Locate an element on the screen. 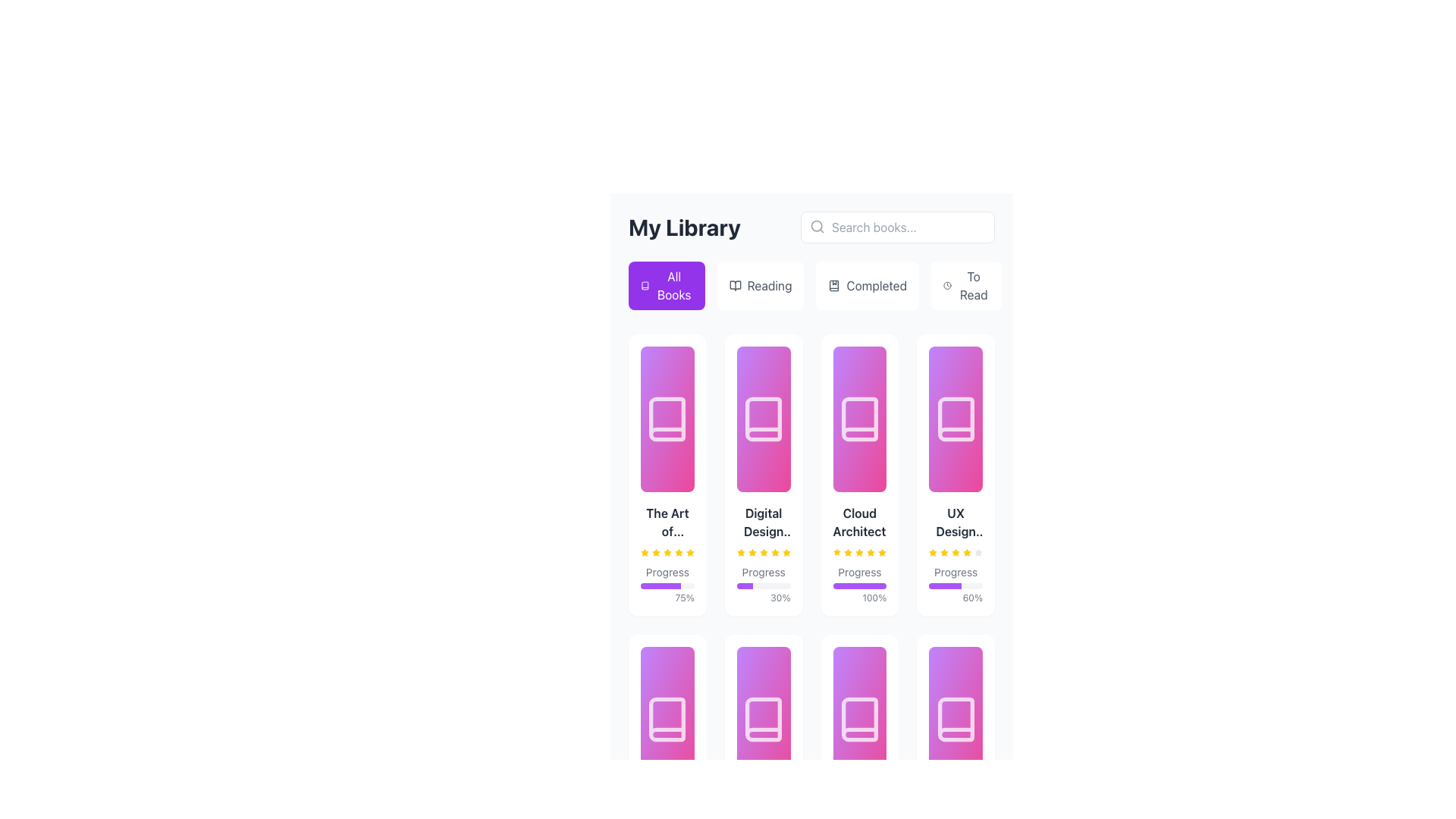 Image resolution: width=1456 pixels, height=819 pixels. the book icon located in the second row, first column of the grid layout is located at coordinates (667, 718).